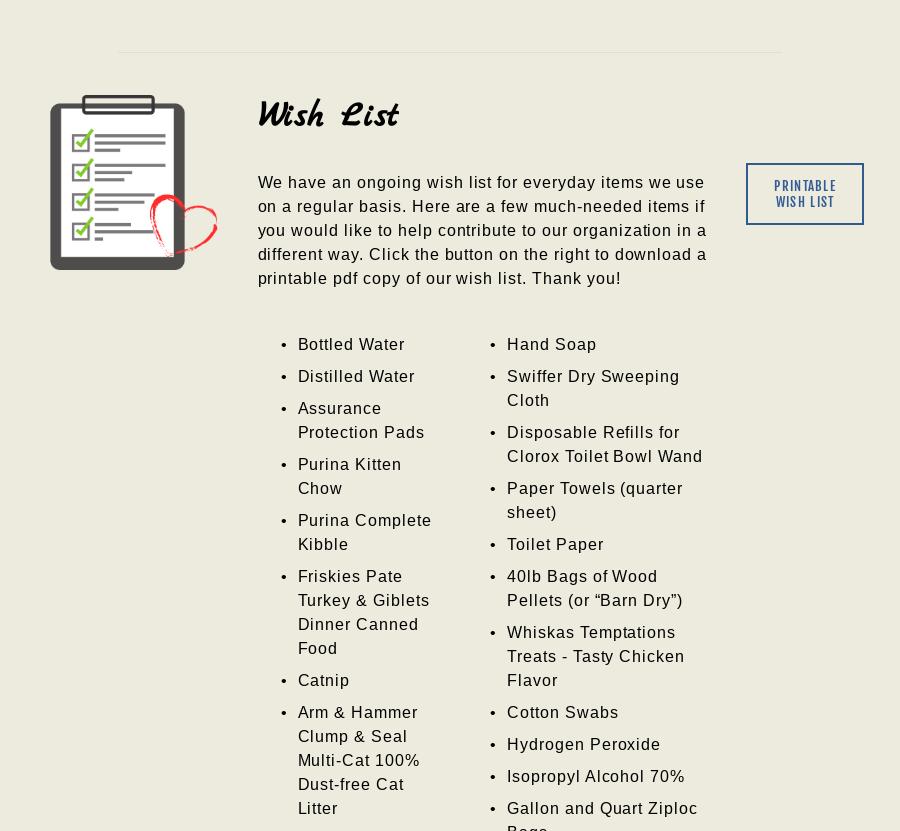 The image size is (900, 831). I want to click on 'Toilet Paper', so click(553, 543).